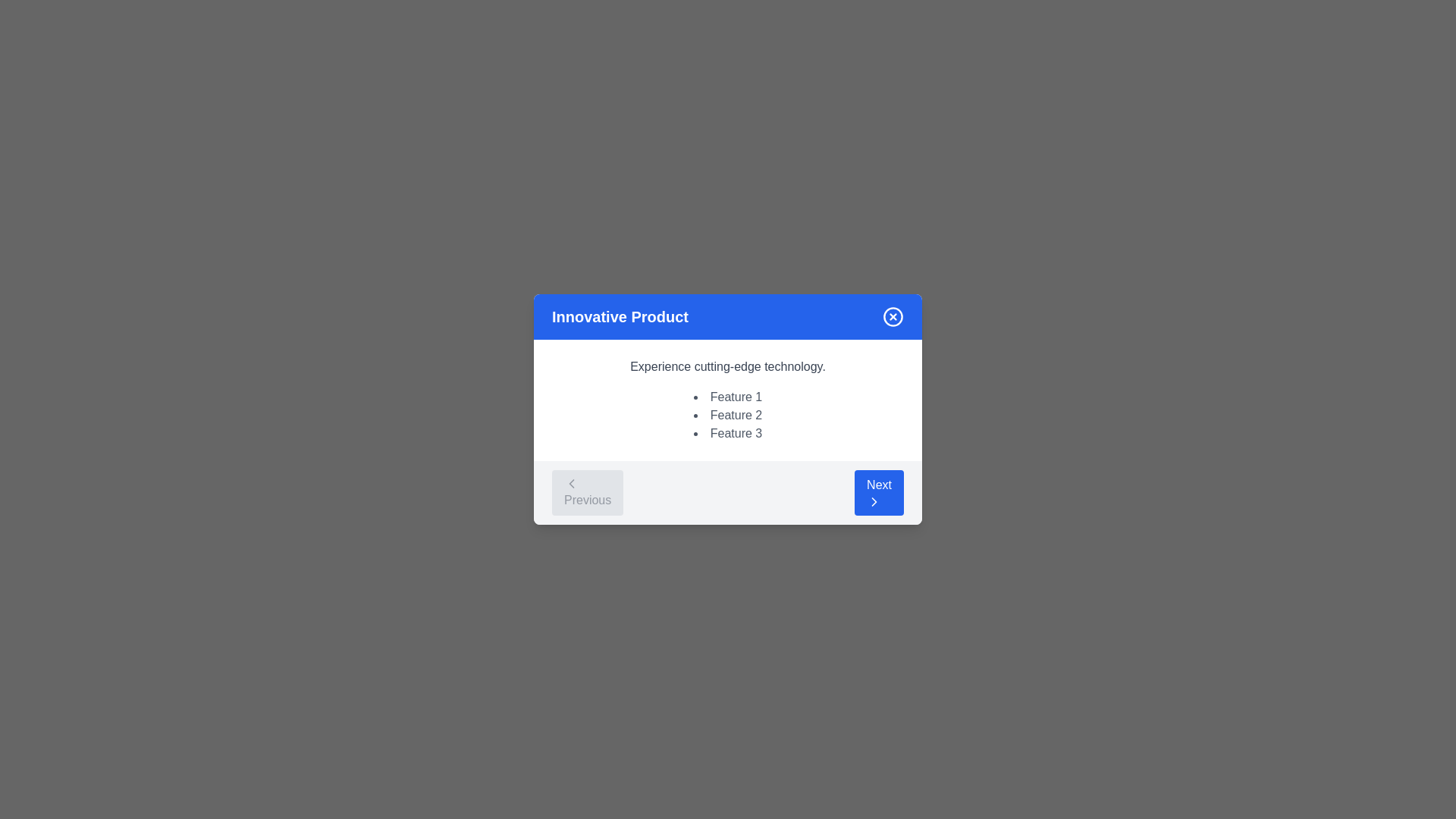 Image resolution: width=1456 pixels, height=819 pixels. Describe the element at coordinates (874, 502) in the screenshot. I see `the right-pointing chevron icon located on the right edge of the 'Next' button within a blue circular background` at that location.